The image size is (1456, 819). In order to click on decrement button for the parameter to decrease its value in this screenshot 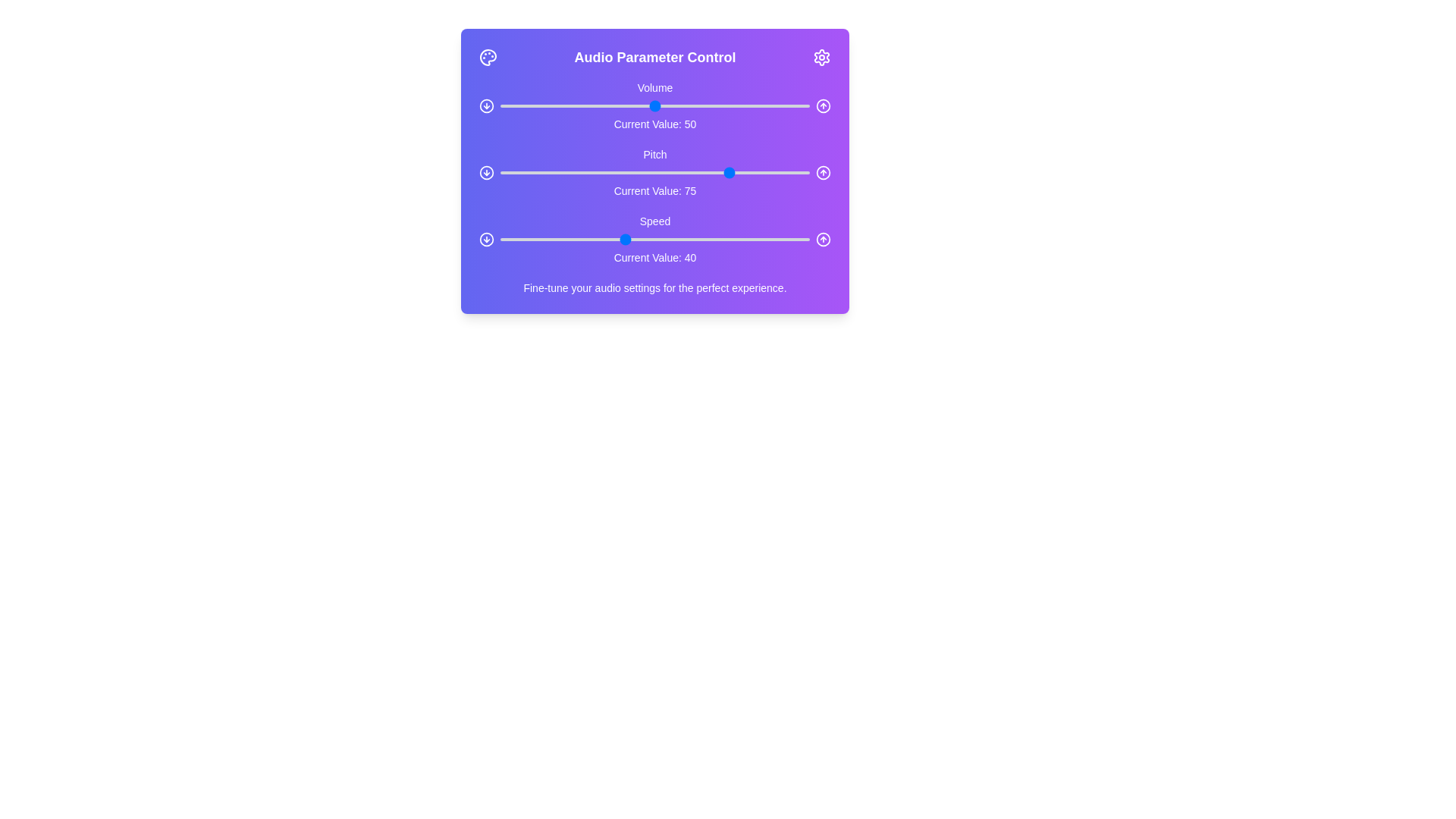, I will do `click(487, 105)`.